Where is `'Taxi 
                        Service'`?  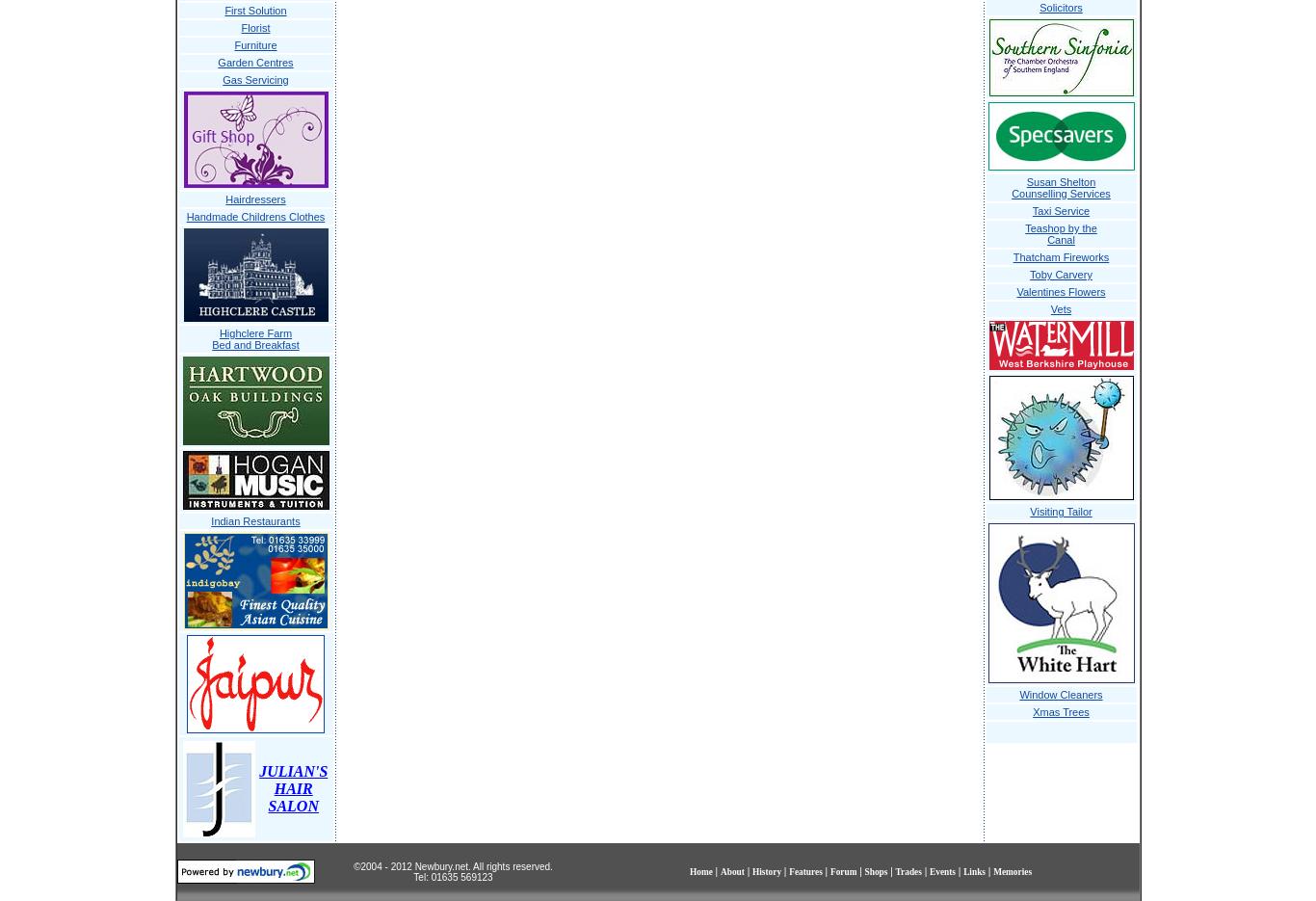 'Taxi 
                        Service' is located at coordinates (1059, 210).